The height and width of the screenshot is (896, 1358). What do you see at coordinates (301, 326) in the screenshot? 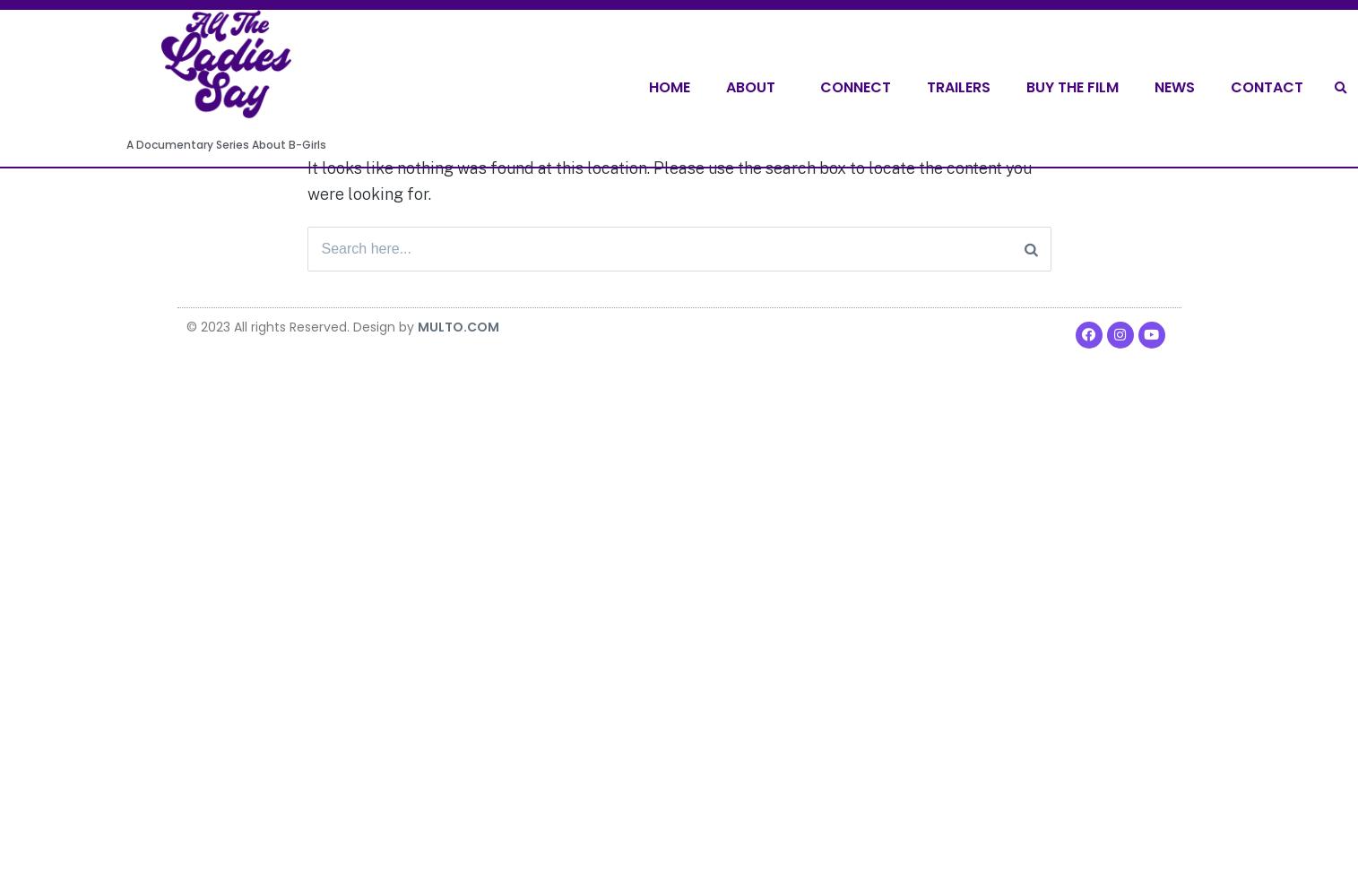
I see `'© 2023 All rights Reserved. Design by'` at bounding box center [301, 326].